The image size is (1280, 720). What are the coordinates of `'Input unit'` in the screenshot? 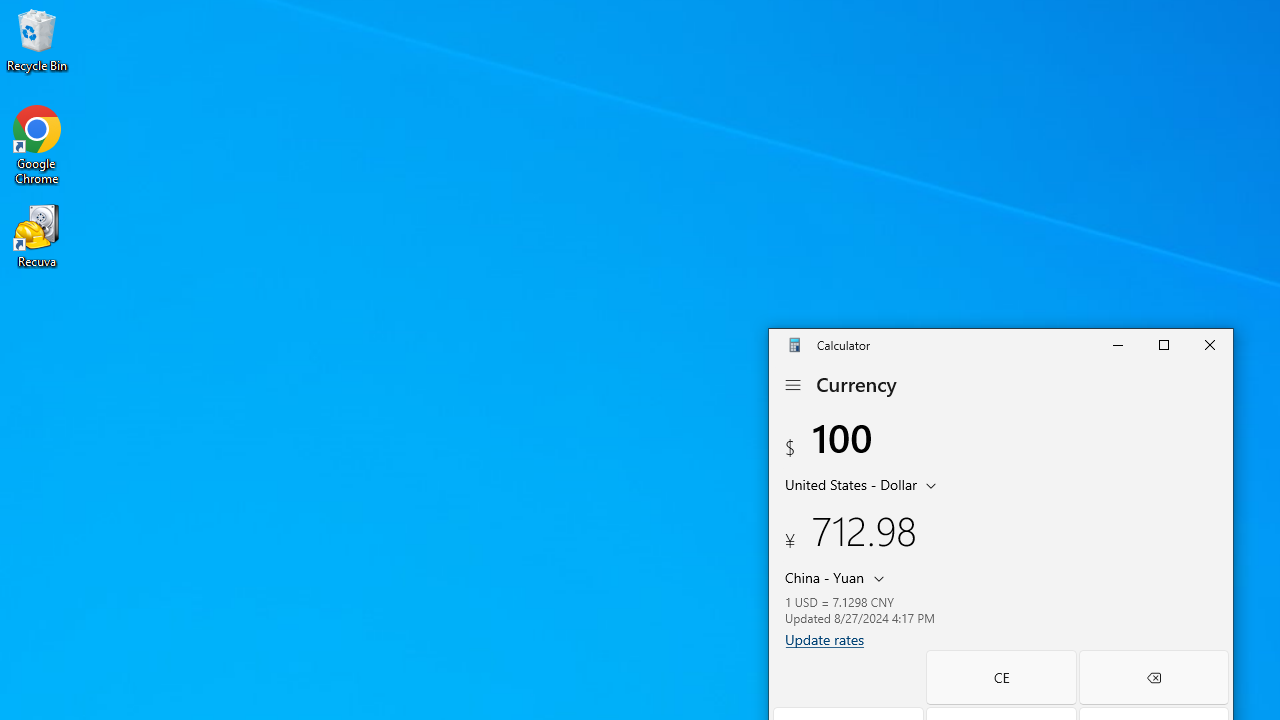 It's located at (864, 483).